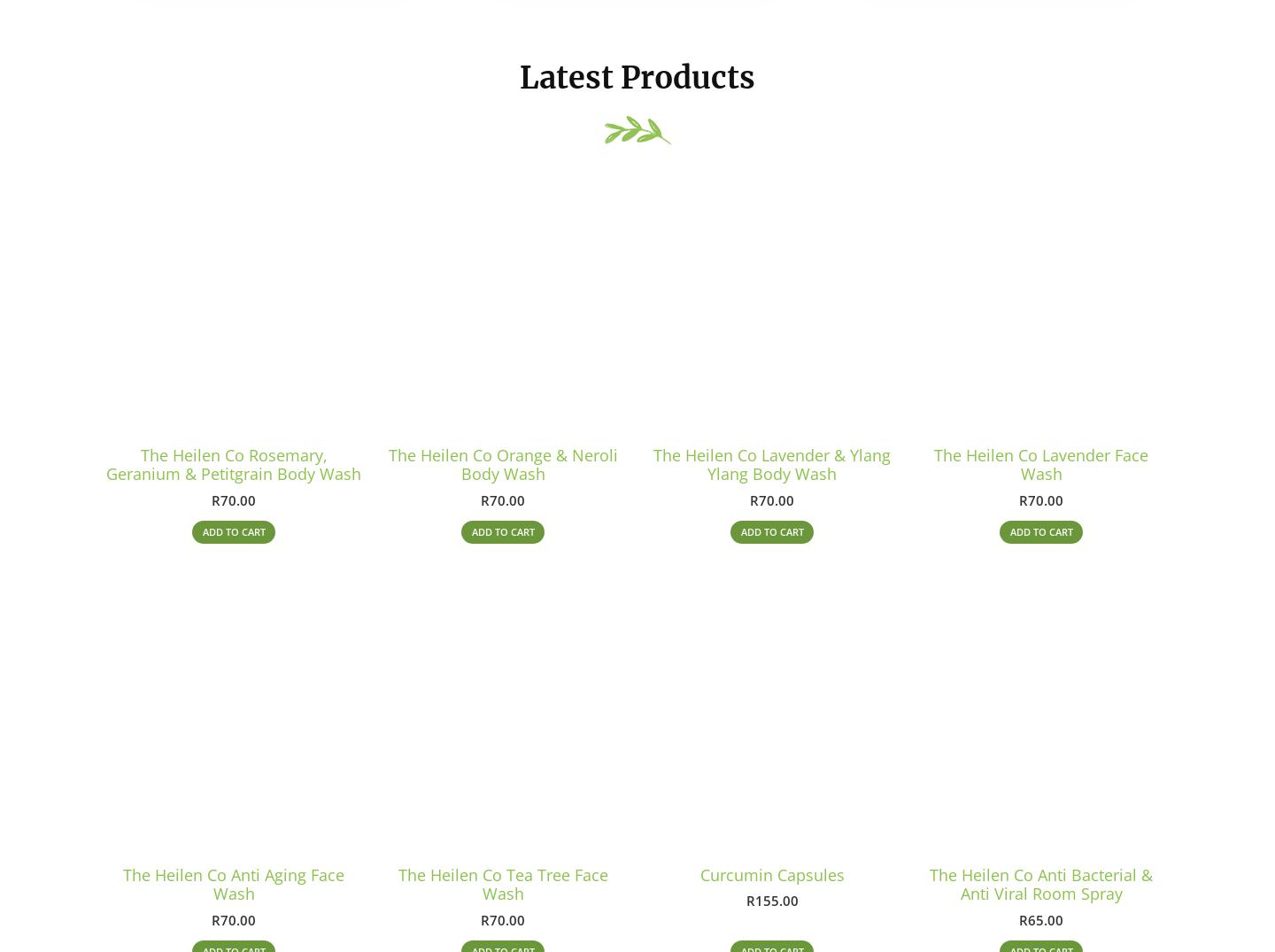 The width and height of the screenshot is (1275, 952). Describe the element at coordinates (502, 470) in the screenshot. I see `'The Heilen Co Orange & Neroli Body Wash'` at that location.